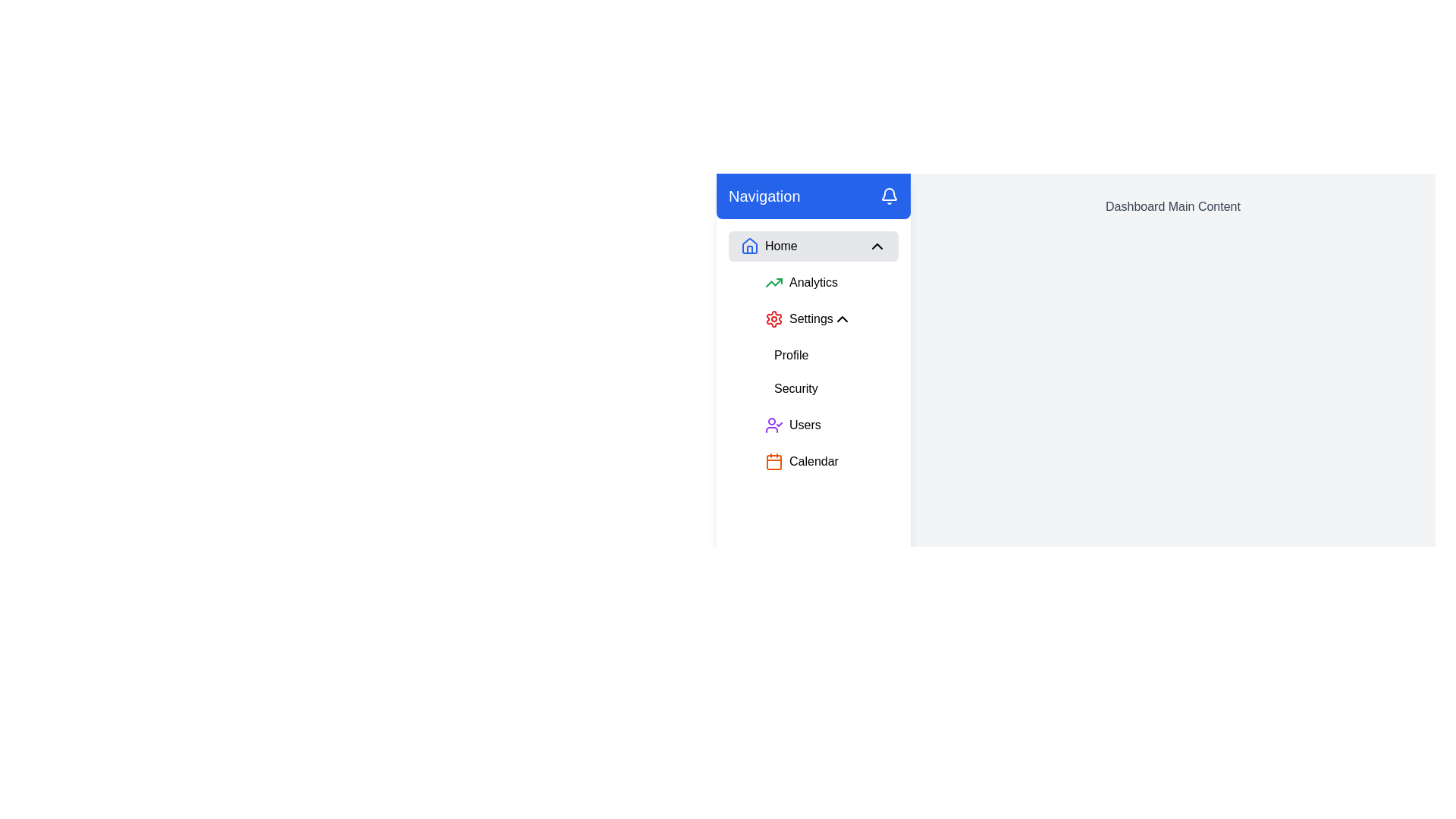 This screenshot has width=1456, height=819. What do you see at coordinates (889, 195) in the screenshot?
I see `the notification icon button located on the far right side of the blue header bar` at bounding box center [889, 195].